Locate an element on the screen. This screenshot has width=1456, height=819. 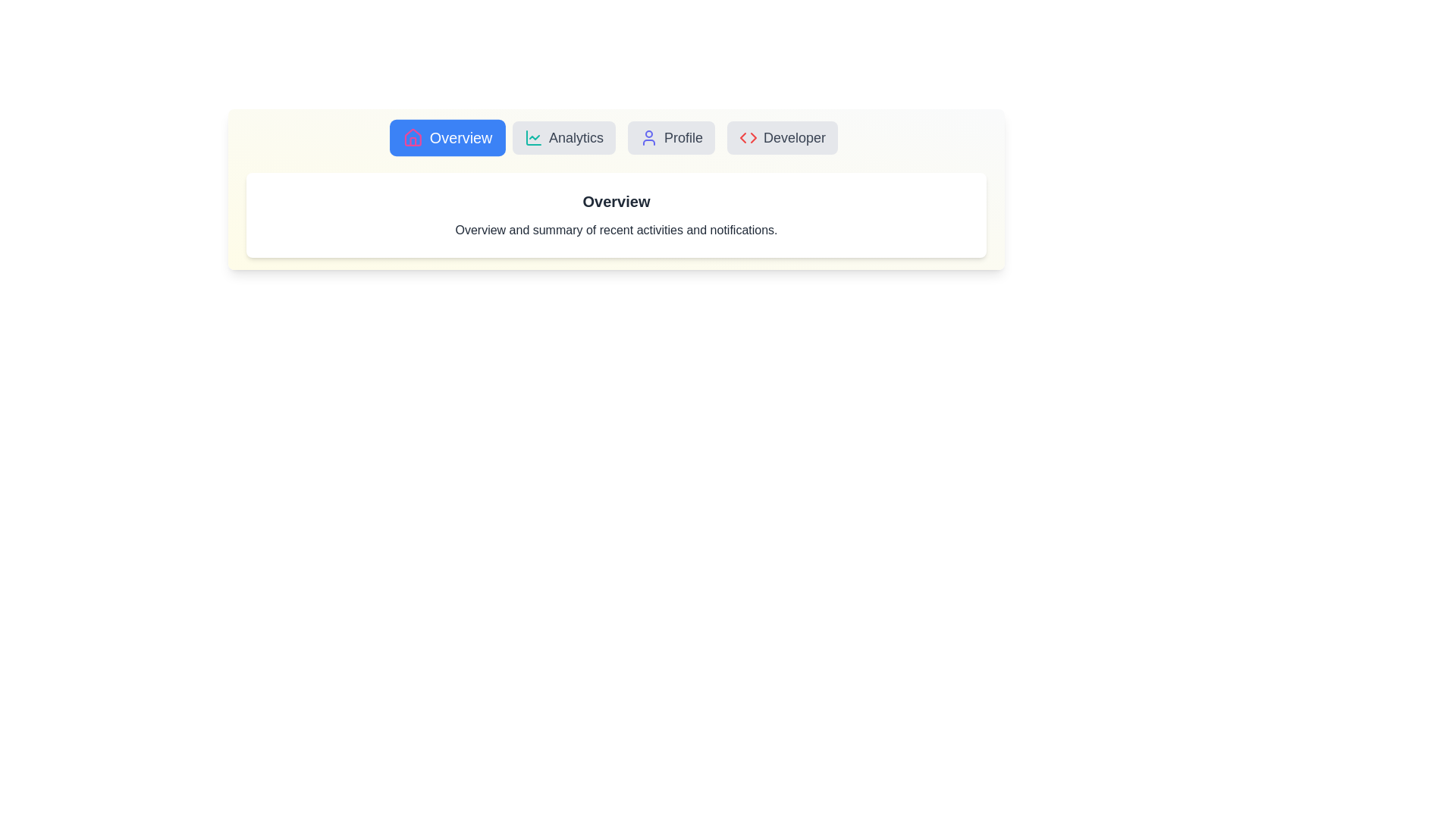
the Overview tab to view its content is located at coordinates (447, 137).